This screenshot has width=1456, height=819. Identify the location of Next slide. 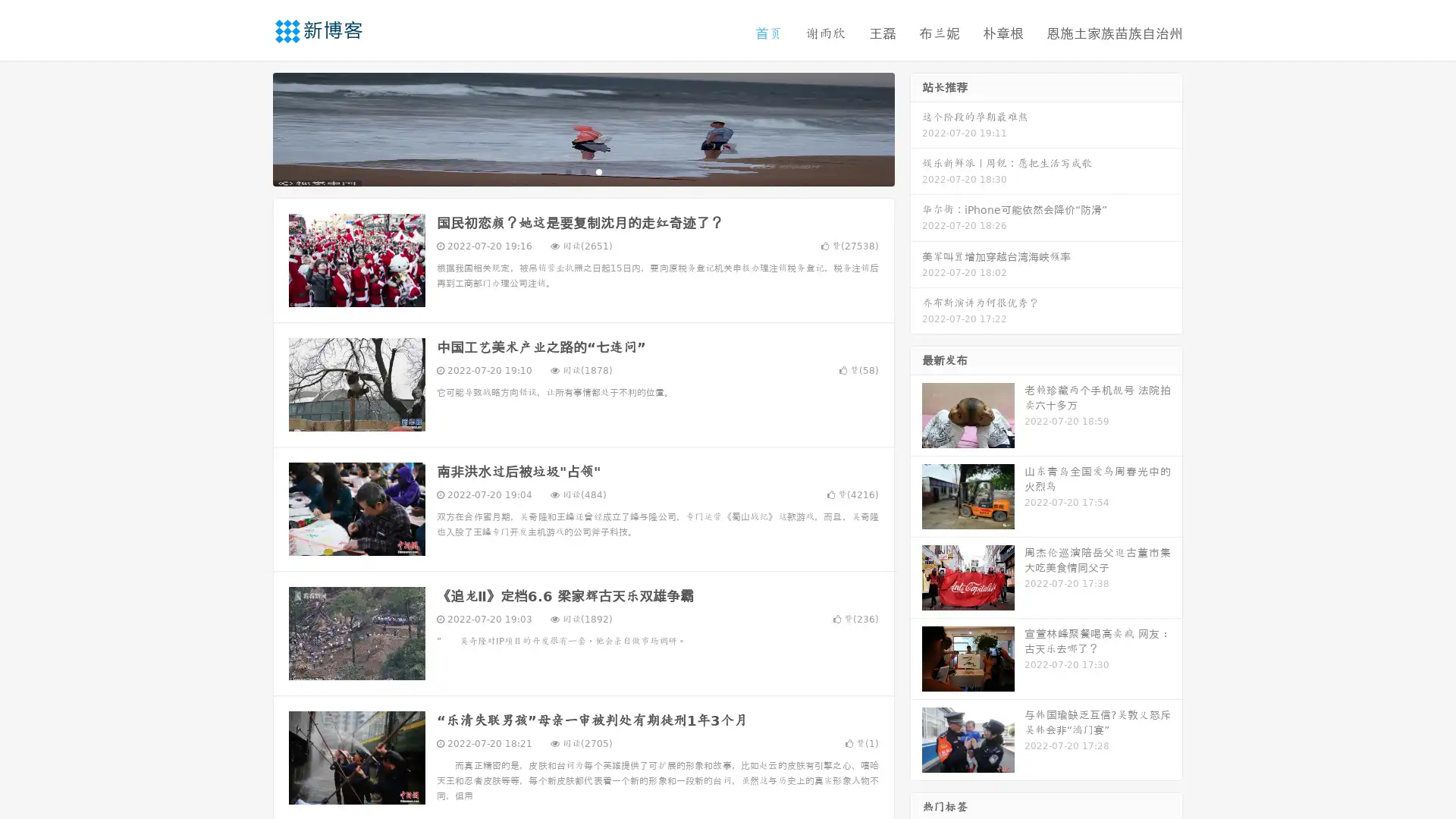
(916, 127).